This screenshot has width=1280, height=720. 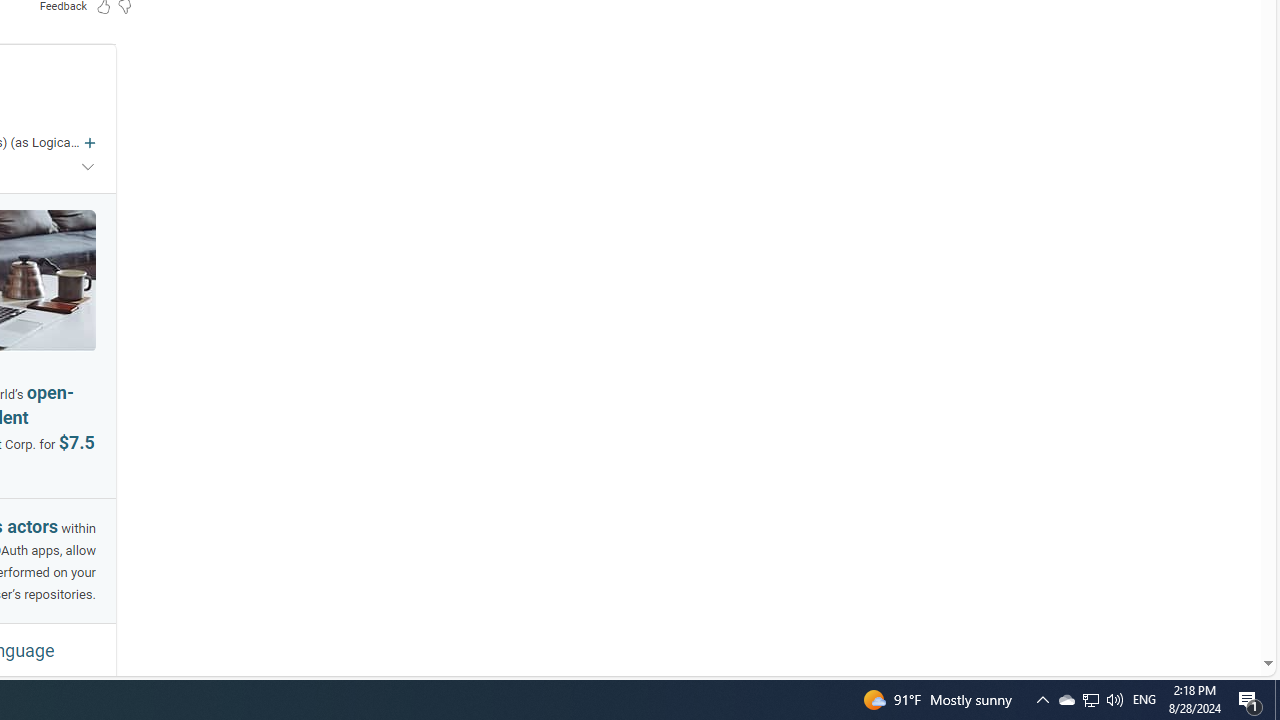 I want to click on 'AutomationID: mfa_root', so click(x=1192, y=602).